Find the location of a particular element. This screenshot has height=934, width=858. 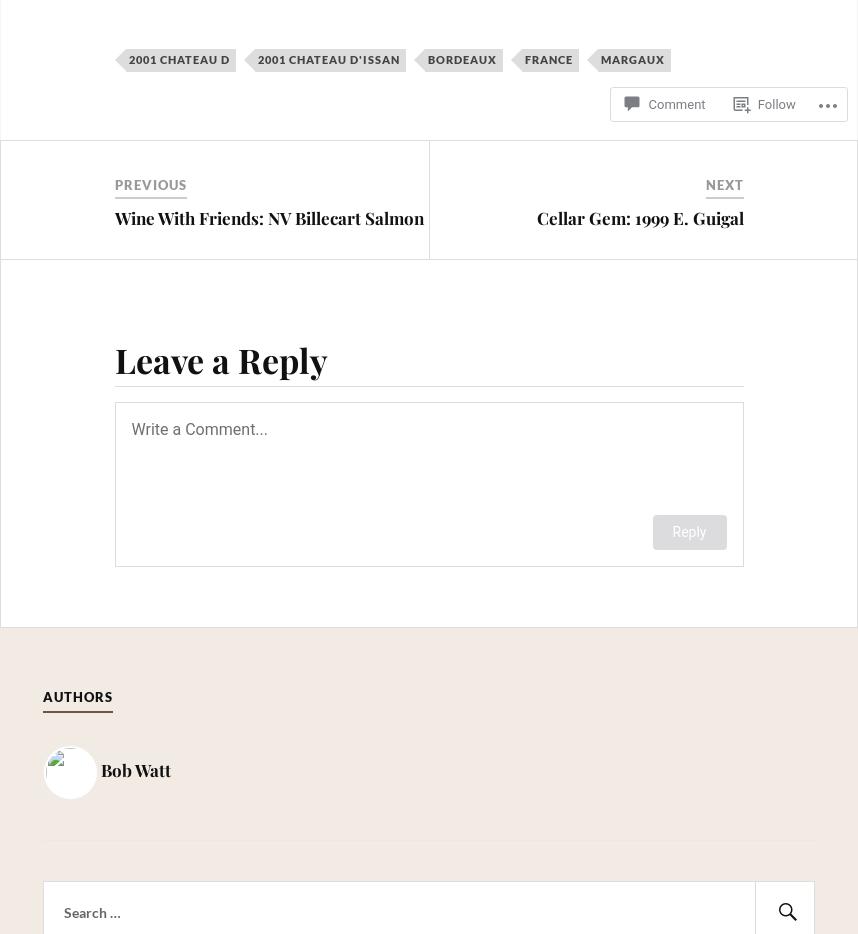

'2001 Chateau D' is located at coordinates (178, 59).